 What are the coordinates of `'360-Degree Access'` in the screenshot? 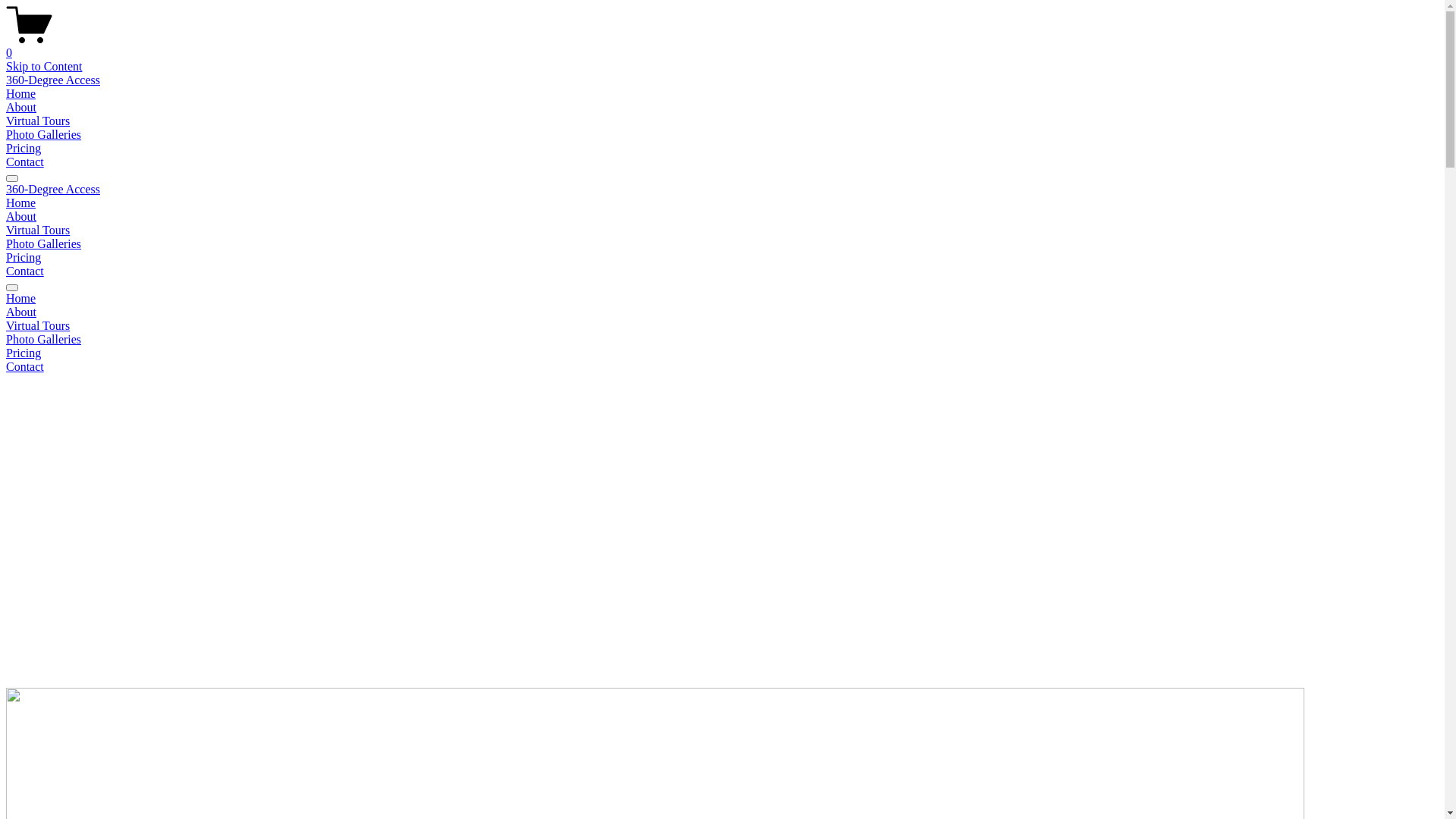 It's located at (53, 80).